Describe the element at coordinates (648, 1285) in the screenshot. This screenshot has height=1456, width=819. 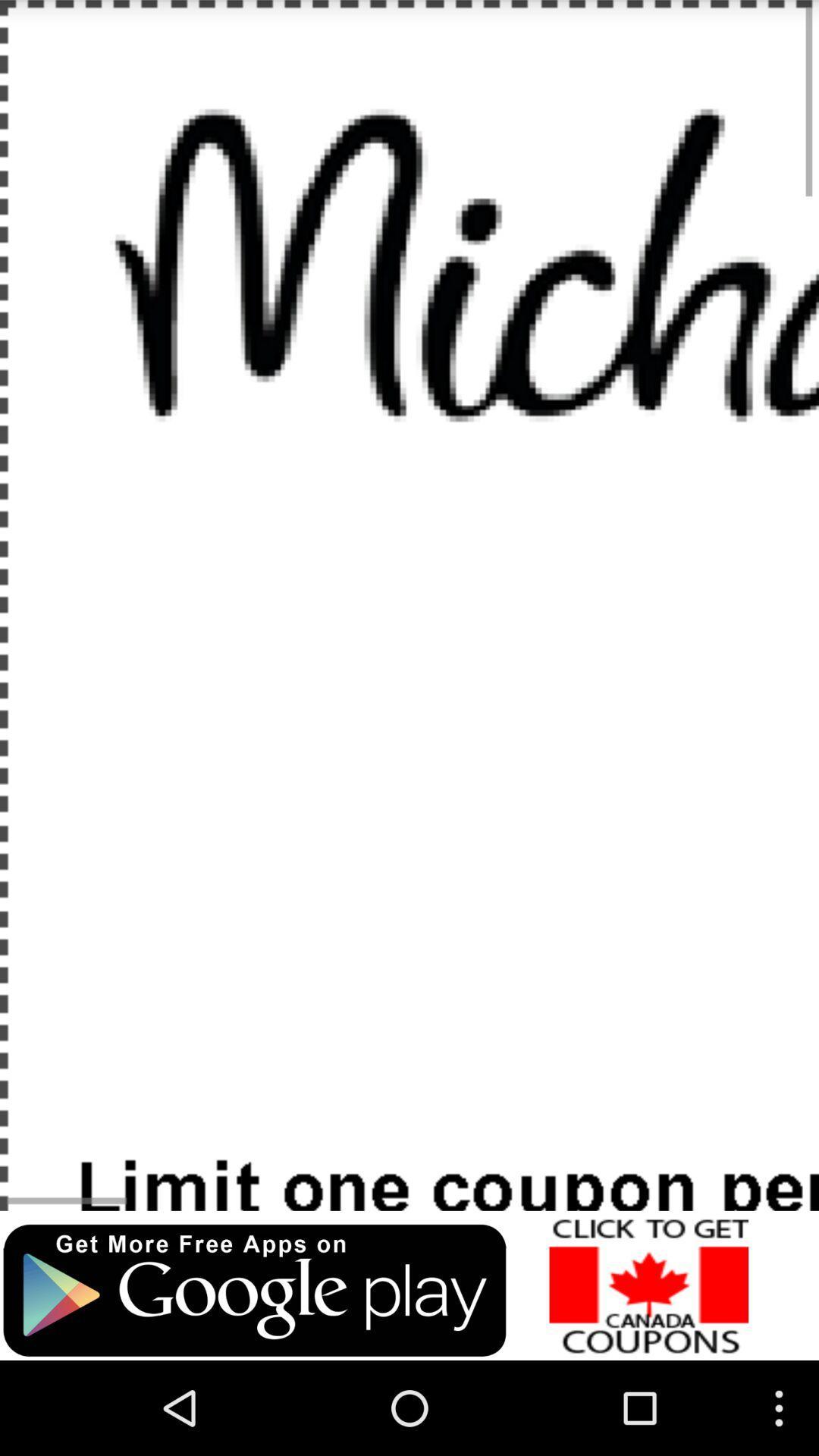
I see `purchase coupons` at that location.